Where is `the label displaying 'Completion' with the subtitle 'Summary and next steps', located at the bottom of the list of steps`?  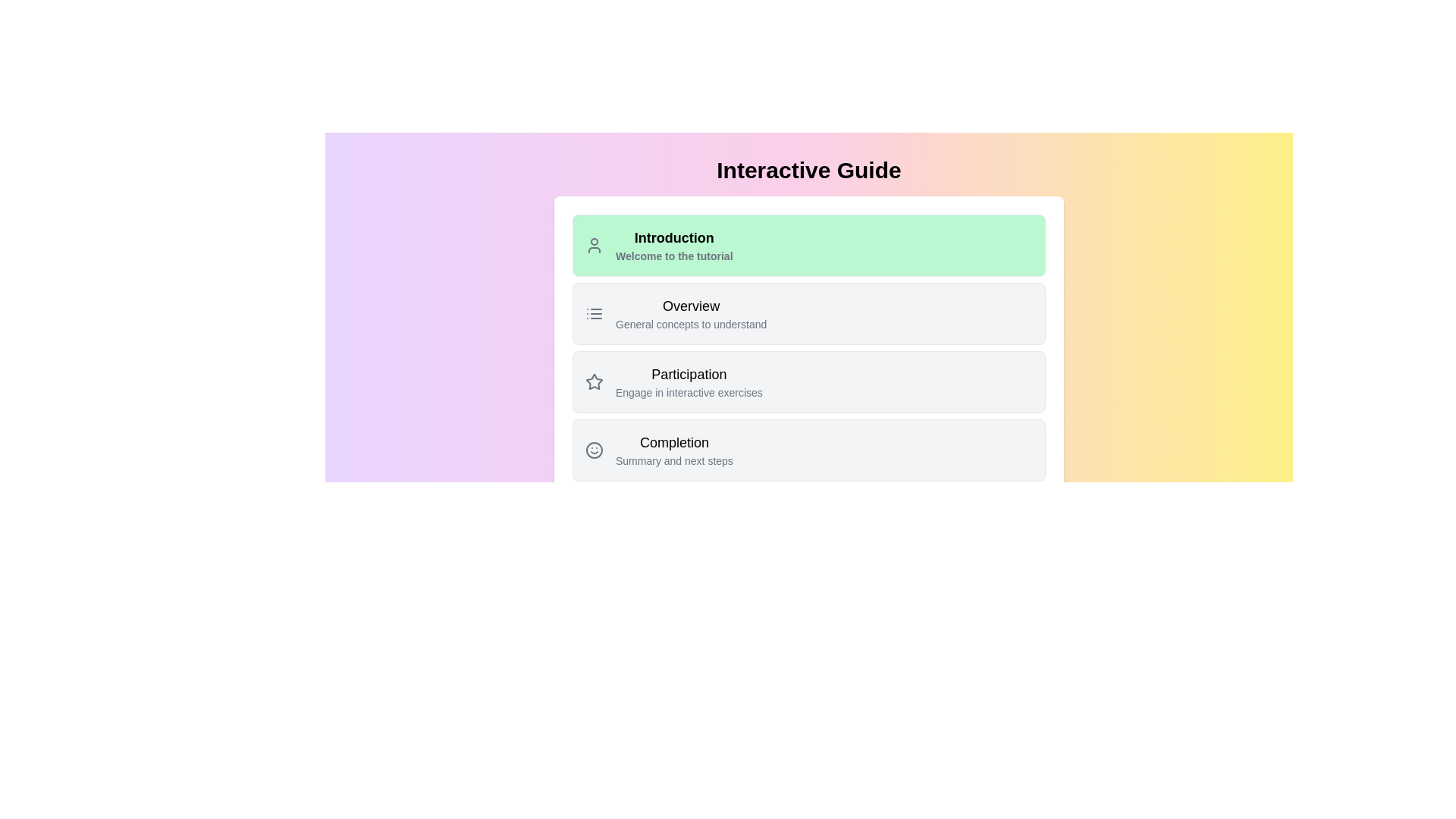 the label displaying 'Completion' with the subtitle 'Summary and next steps', located at the bottom of the list of steps is located at coordinates (673, 450).